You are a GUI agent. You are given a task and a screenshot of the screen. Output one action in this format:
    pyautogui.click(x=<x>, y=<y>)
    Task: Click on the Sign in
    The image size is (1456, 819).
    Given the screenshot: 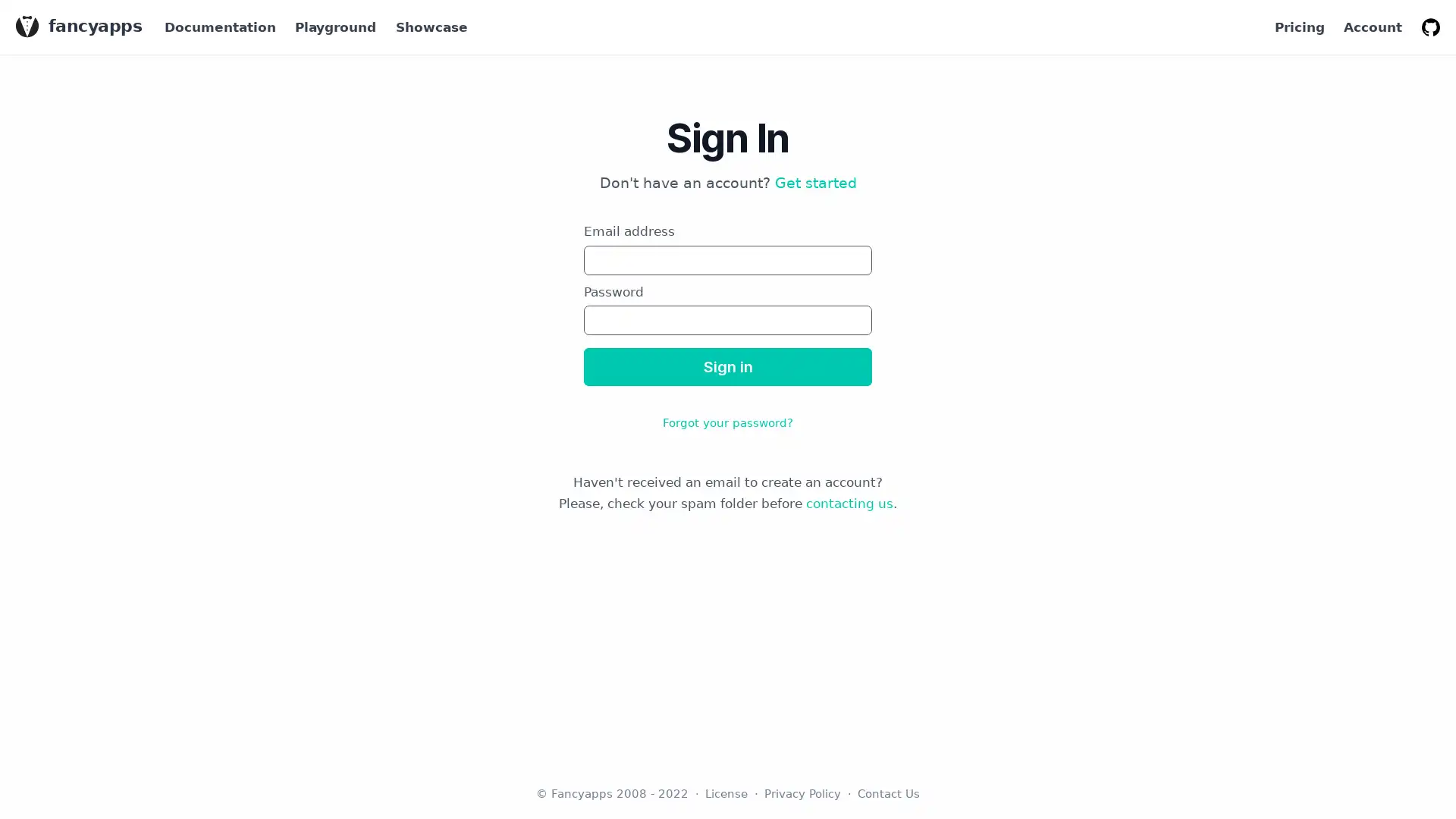 What is the action you would take?
    pyautogui.click(x=728, y=366)
    